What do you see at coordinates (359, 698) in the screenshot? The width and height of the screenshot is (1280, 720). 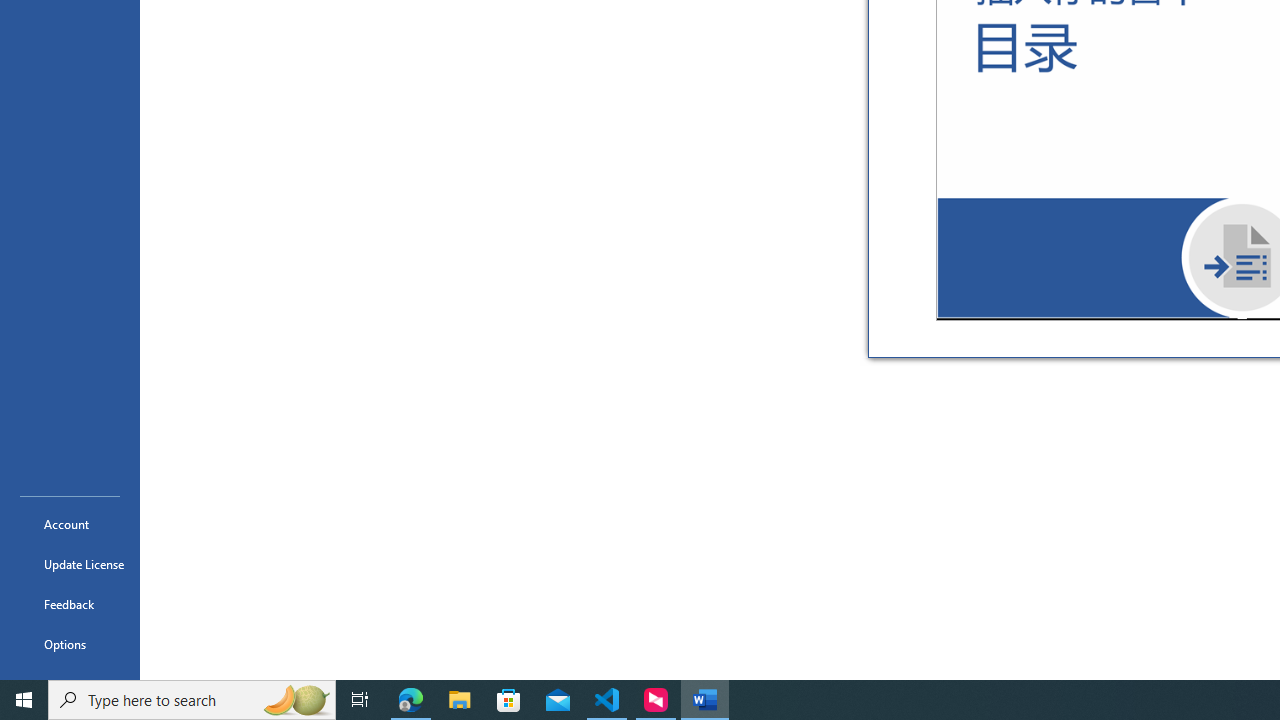 I see `'Task View'` at bounding box center [359, 698].